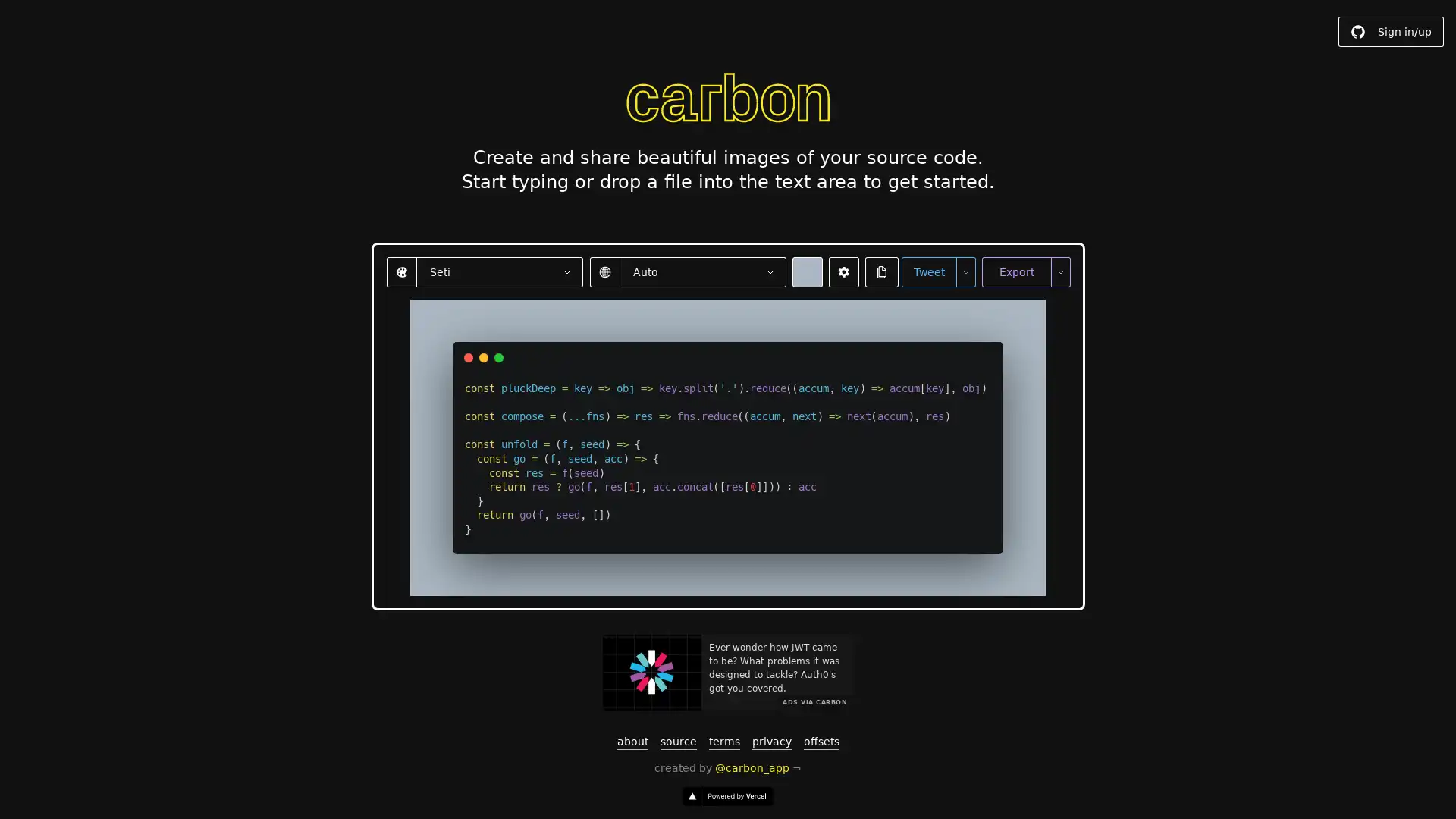  What do you see at coordinates (843, 271) in the screenshot?
I see `Settings Menu` at bounding box center [843, 271].